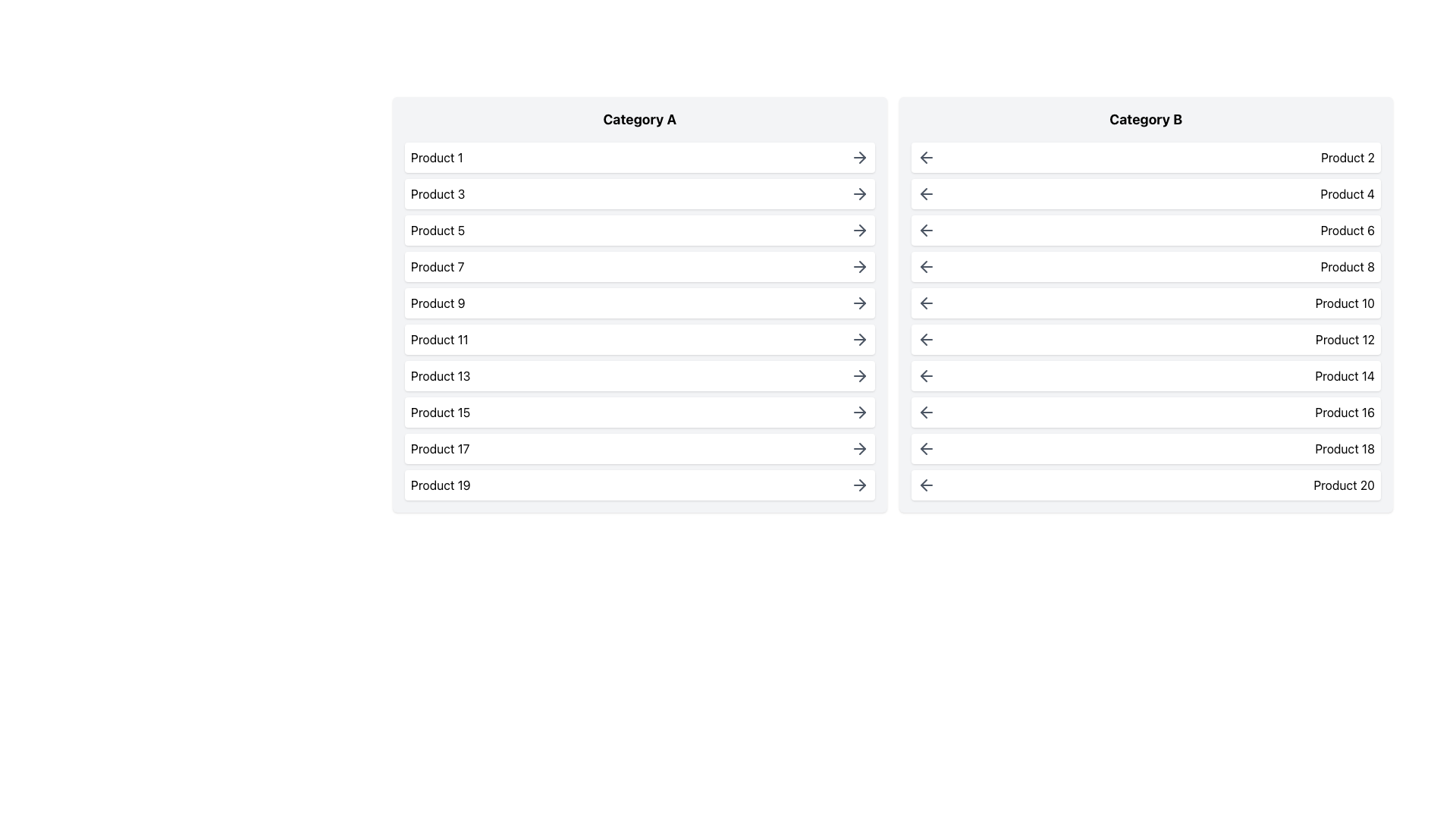 The height and width of the screenshot is (819, 1456). What do you see at coordinates (440, 412) in the screenshot?
I see `text element displaying 'Product 15' located in the 8th position under 'Category A'` at bounding box center [440, 412].